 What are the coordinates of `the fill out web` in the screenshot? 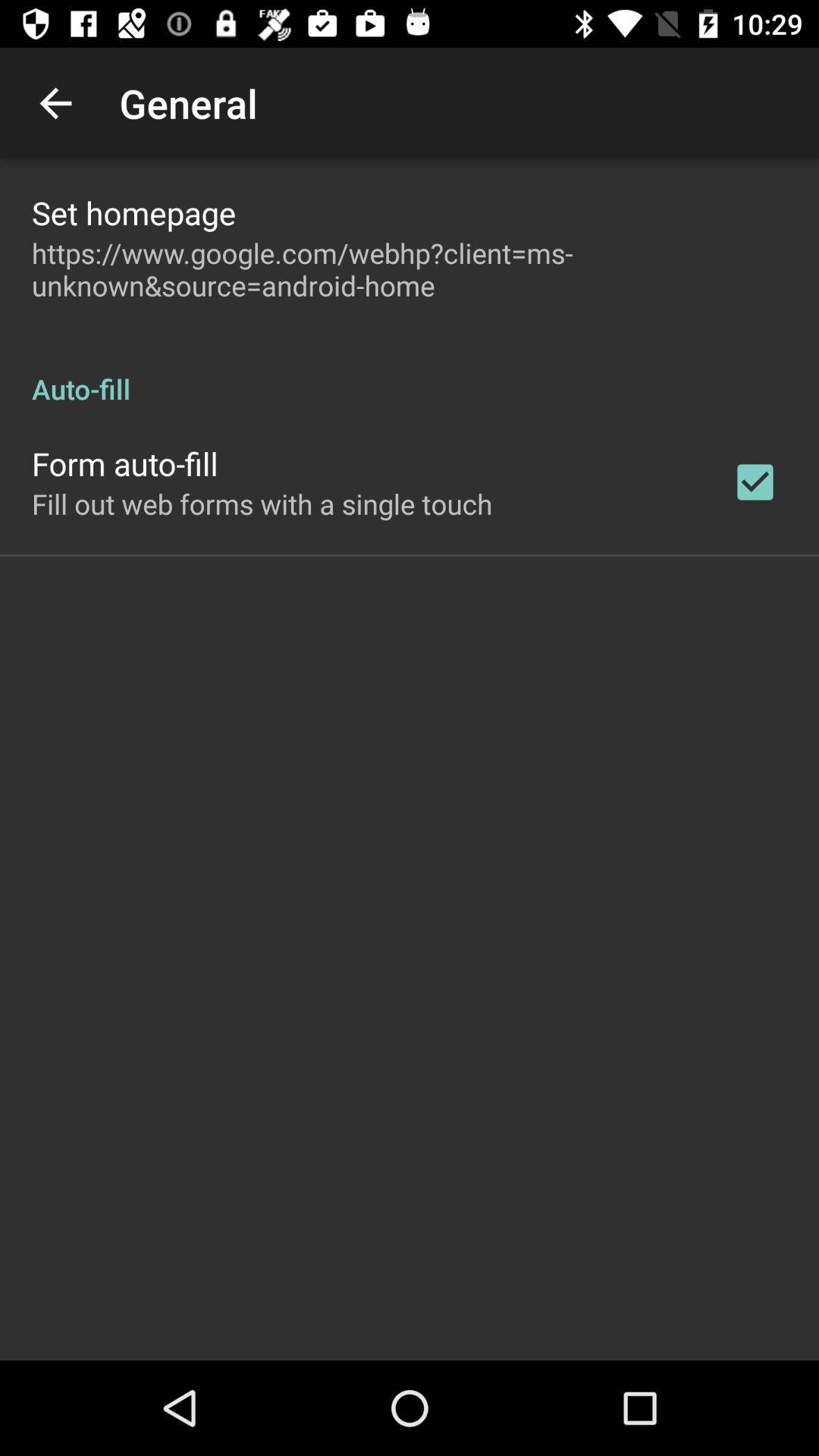 It's located at (261, 504).